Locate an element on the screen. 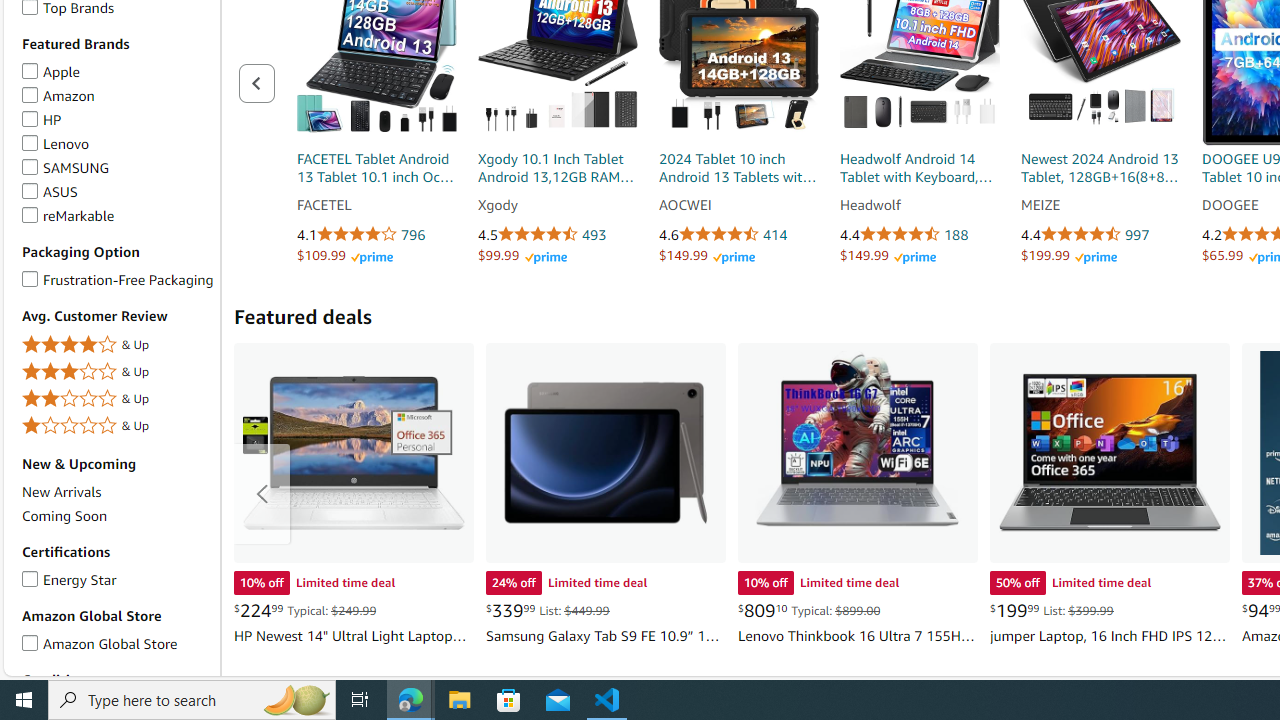 This screenshot has width=1280, height=720. 'ASUS ASUS' is located at coordinates (49, 191).